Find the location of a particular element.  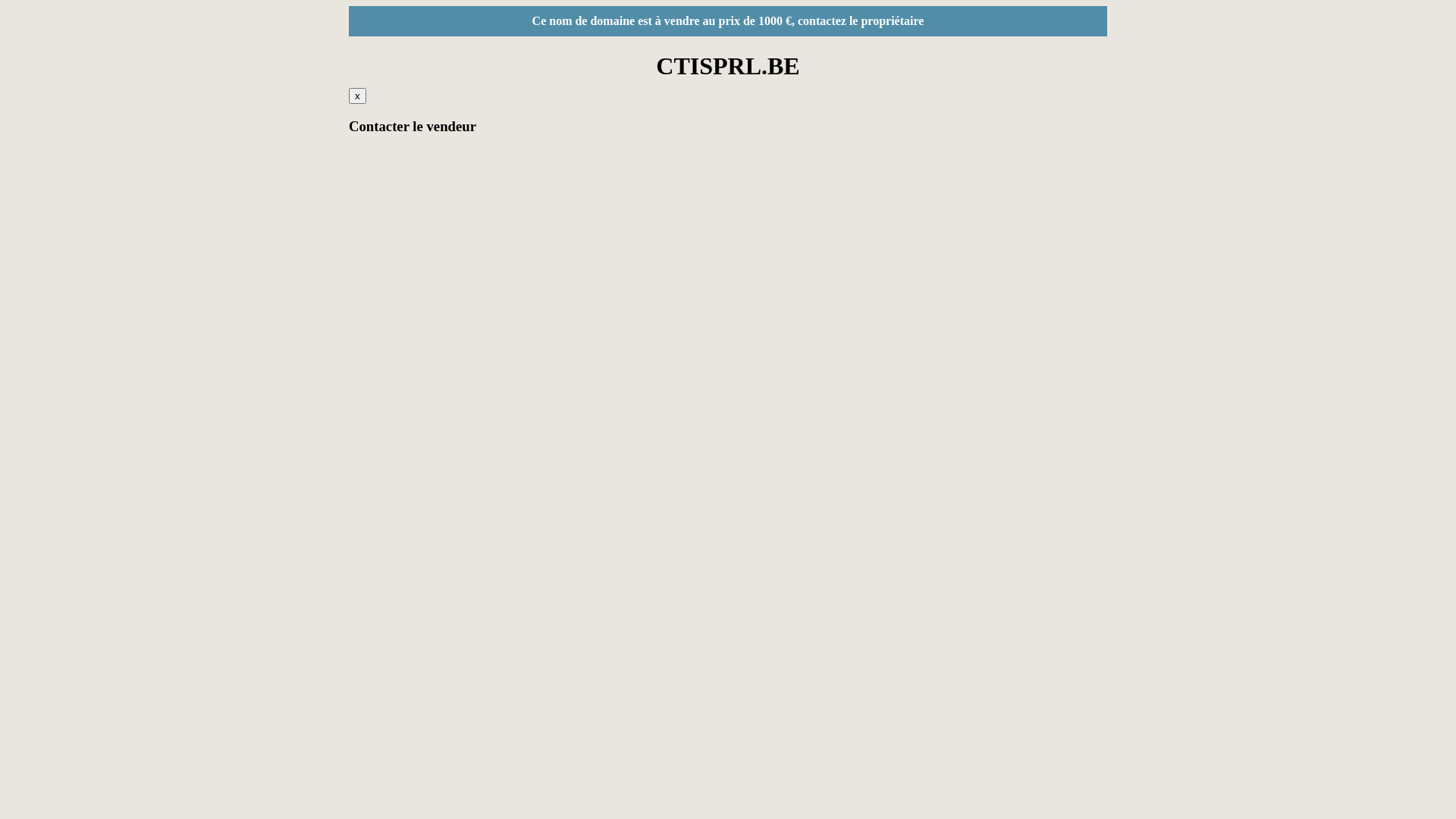

'x' is located at coordinates (356, 96).